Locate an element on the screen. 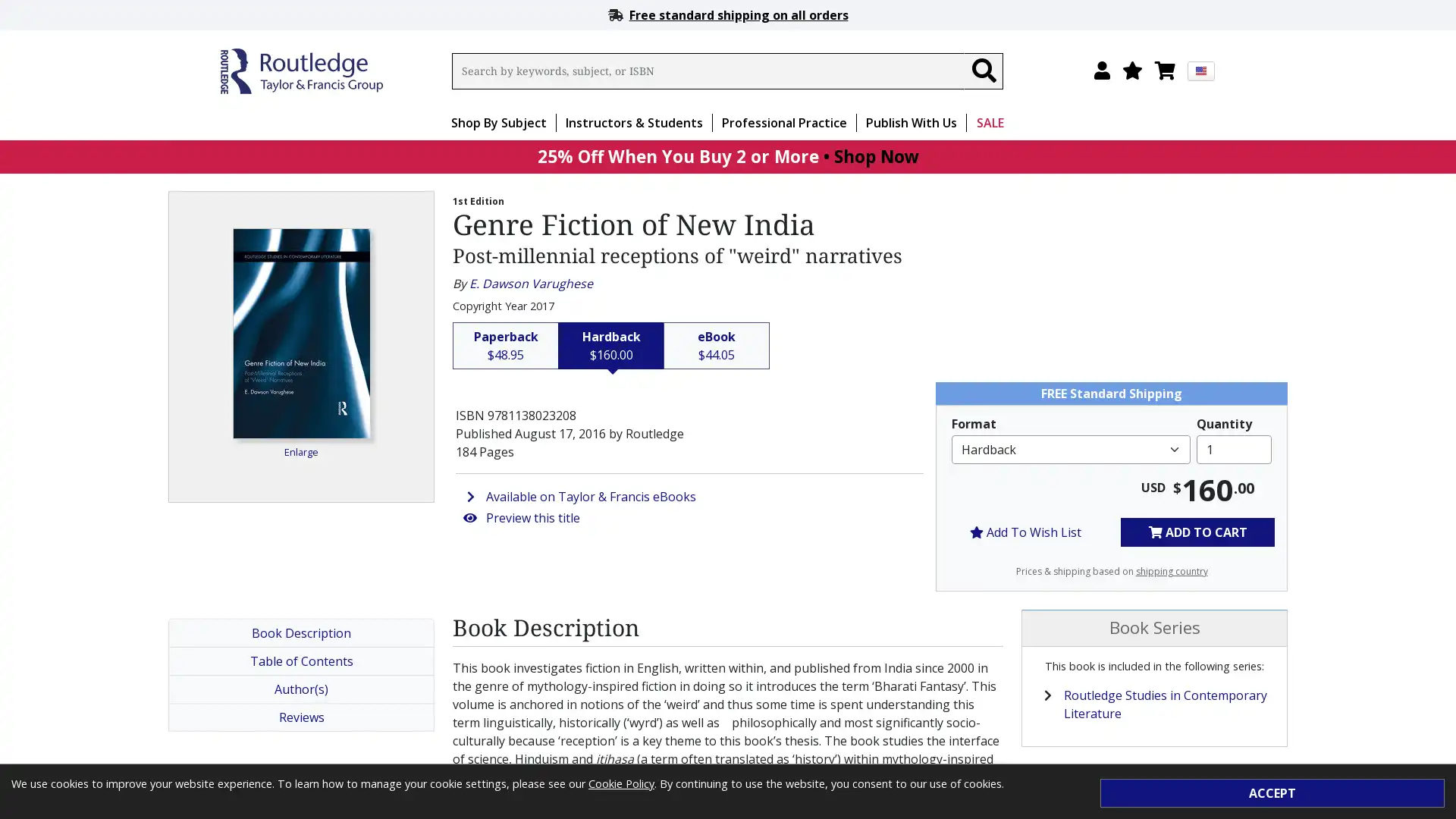 This screenshot has height=819, width=1456. ADD TO CART is located at coordinates (1197, 531).